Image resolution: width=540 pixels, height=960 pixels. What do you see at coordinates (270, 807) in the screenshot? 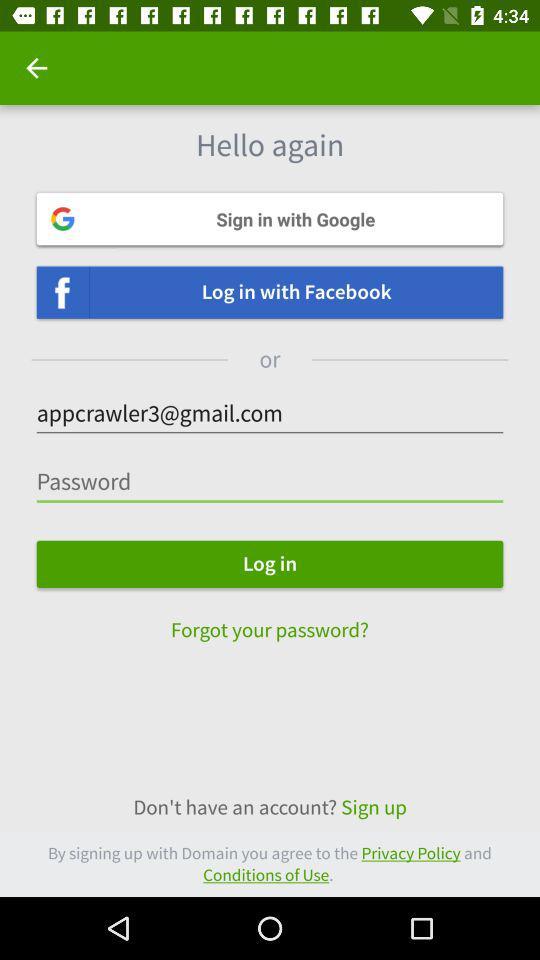
I see `don t have item` at bounding box center [270, 807].